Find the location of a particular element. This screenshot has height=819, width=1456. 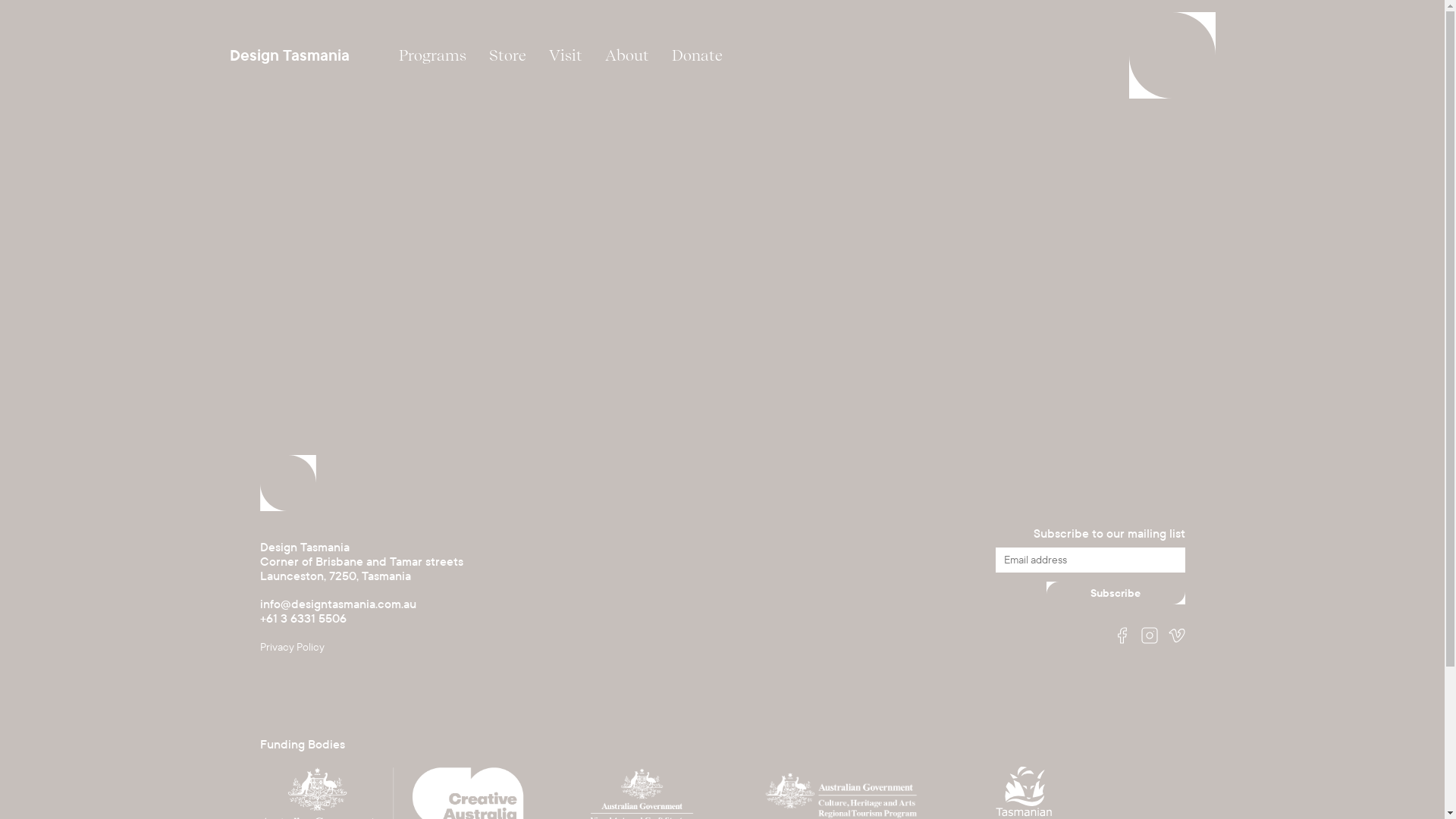

'Visit' is located at coordinates (563, 55).